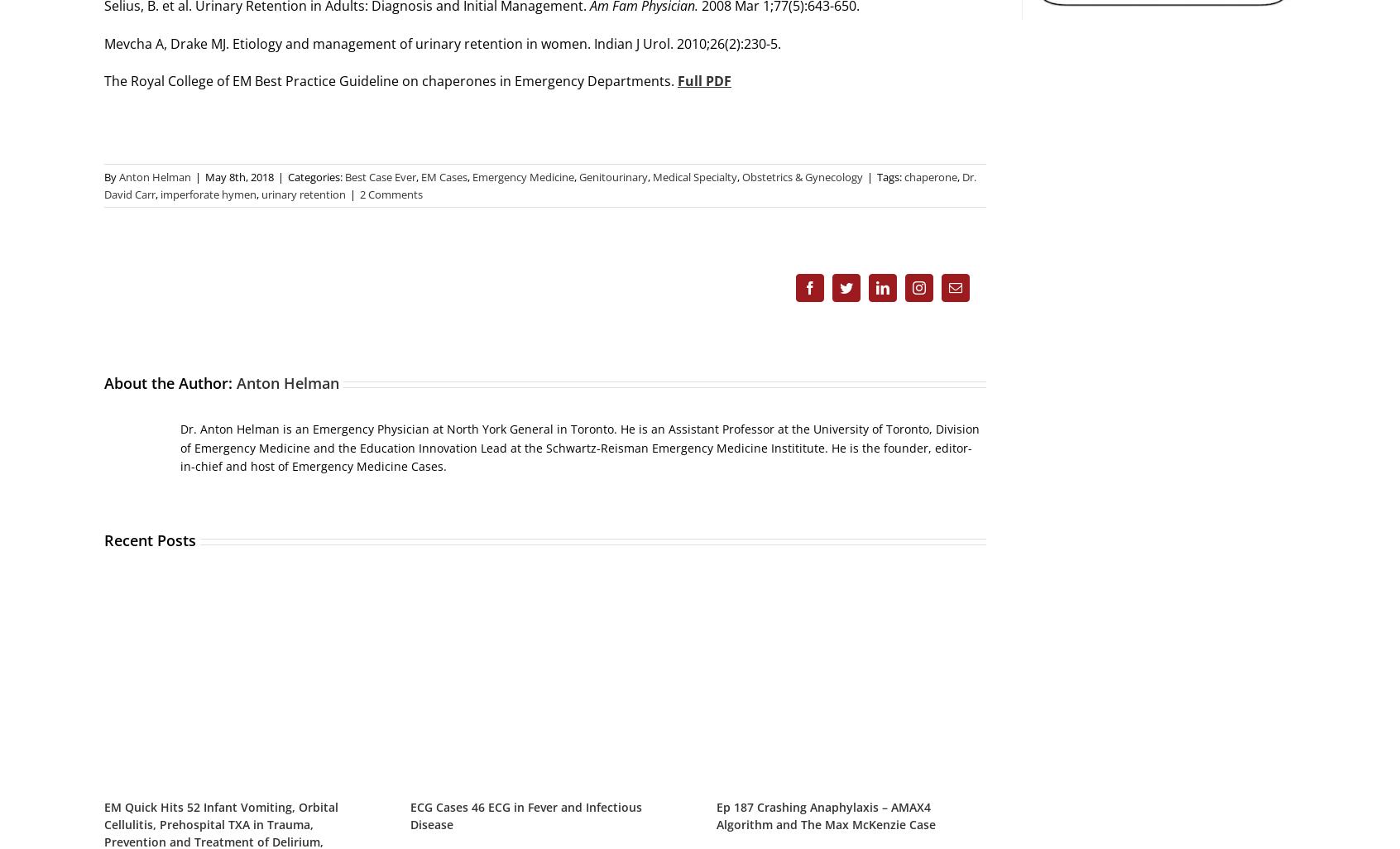 Image resolution: width=1400 pixels, height=849 pixels. I want to click on 'Emergency Medicine', so click(472, 177).